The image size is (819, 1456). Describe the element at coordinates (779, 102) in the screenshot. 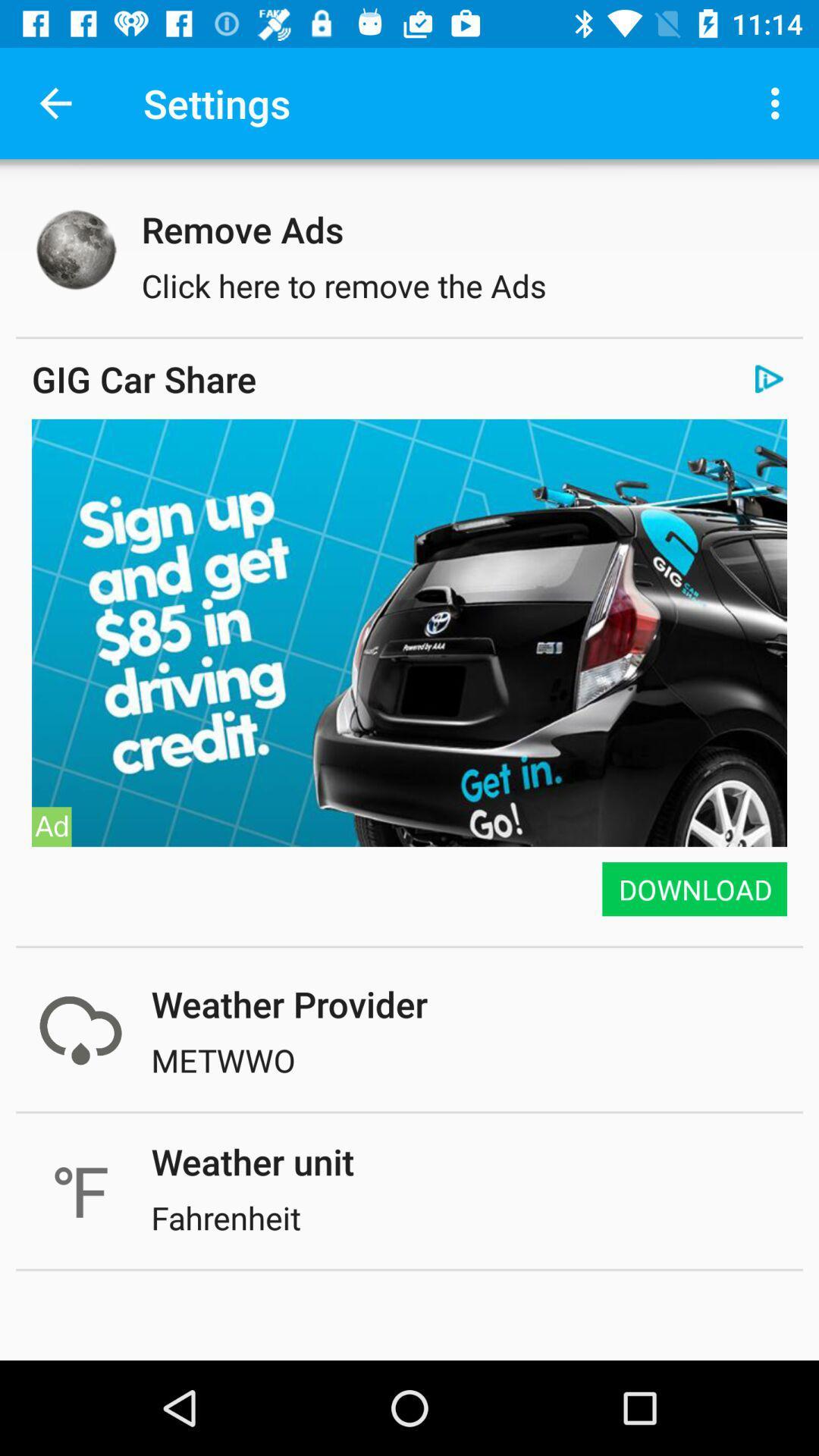

I see `the icon to the right of the settings icon` at that location.